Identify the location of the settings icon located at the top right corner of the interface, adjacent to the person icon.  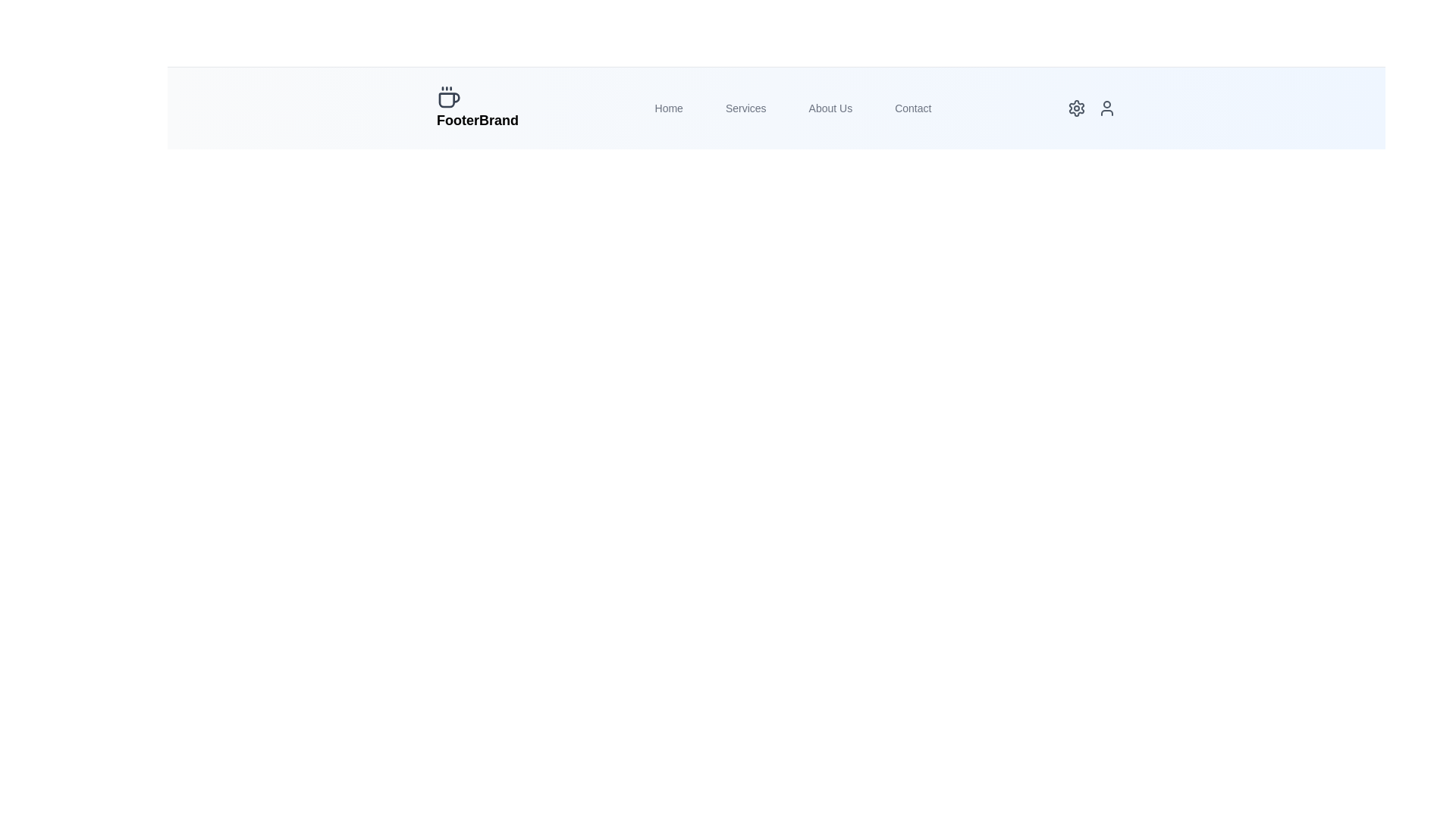
(1076, 107).